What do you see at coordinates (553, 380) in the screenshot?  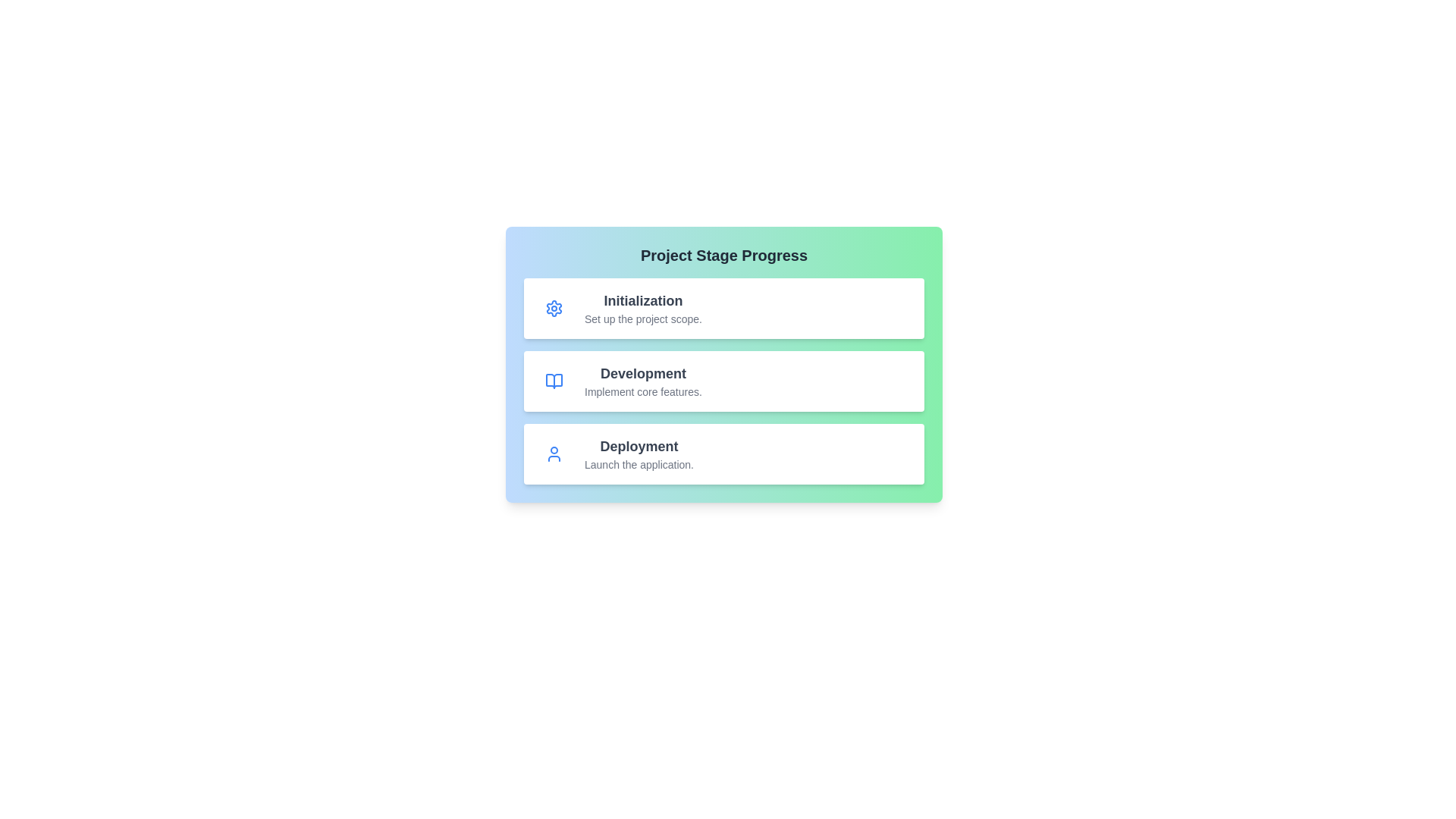 I see `the blue square button with an open book icon located in the 'Development' section, adjacent to the label text 'Development' and 'Implement core features.'` at bounding box center [553, 380].